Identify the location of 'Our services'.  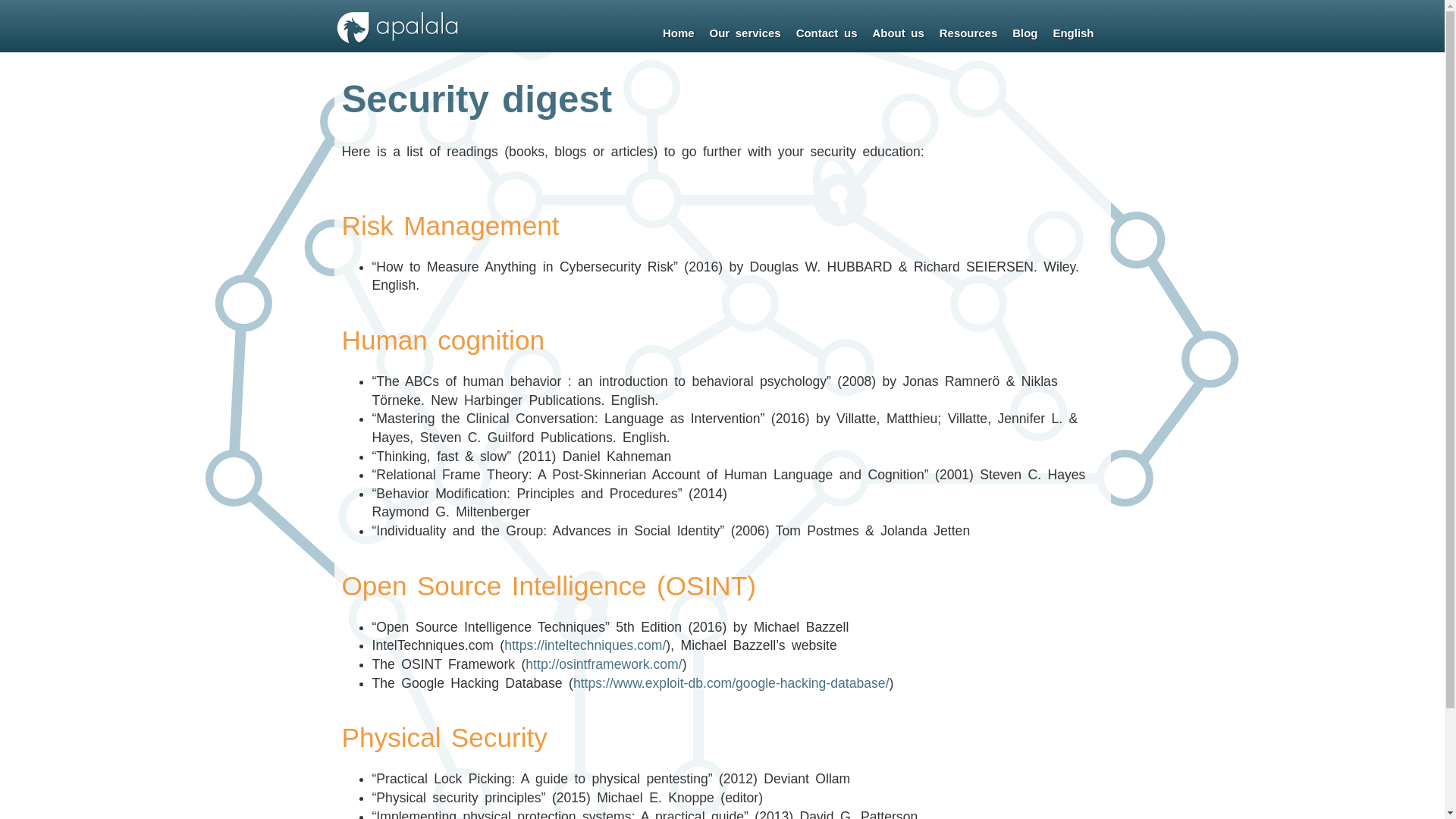
(701, 33).